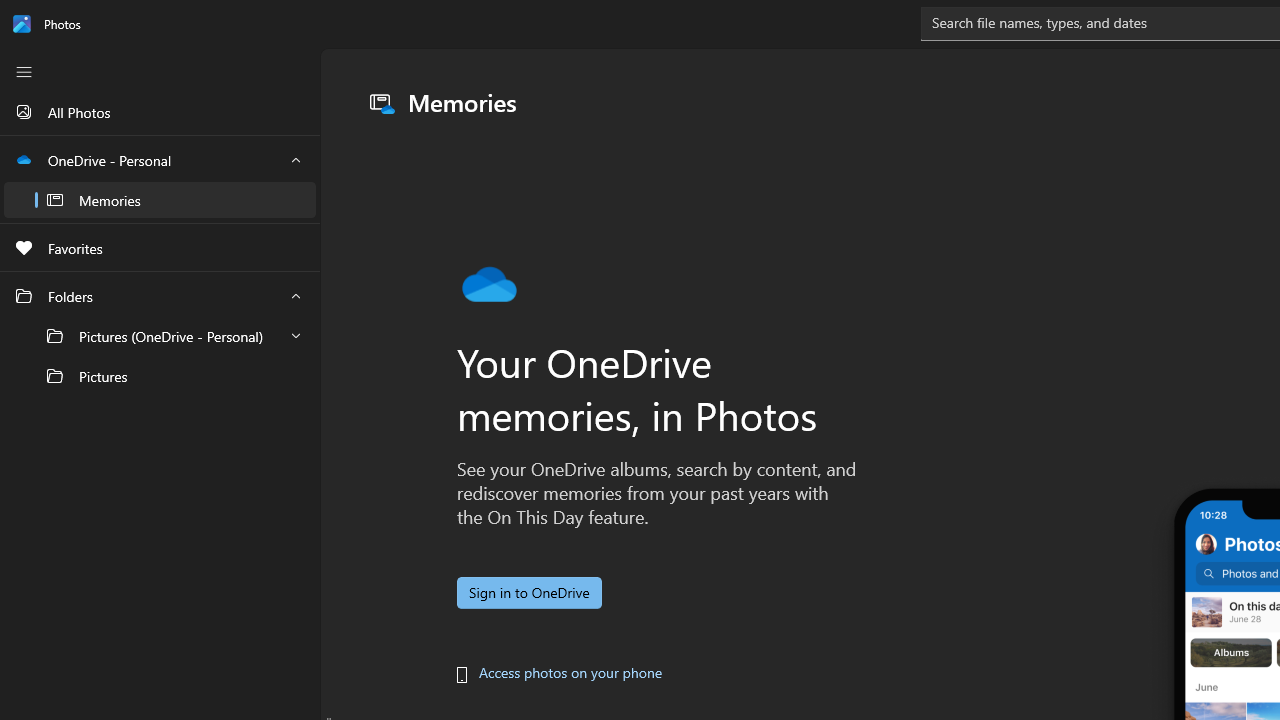 The height and width of the screenshot is (720, 1280). Describe the element at coordinates (160, 335) in the screenshot. I see `'Pictures (OneDrive - Personal)'` at that location.